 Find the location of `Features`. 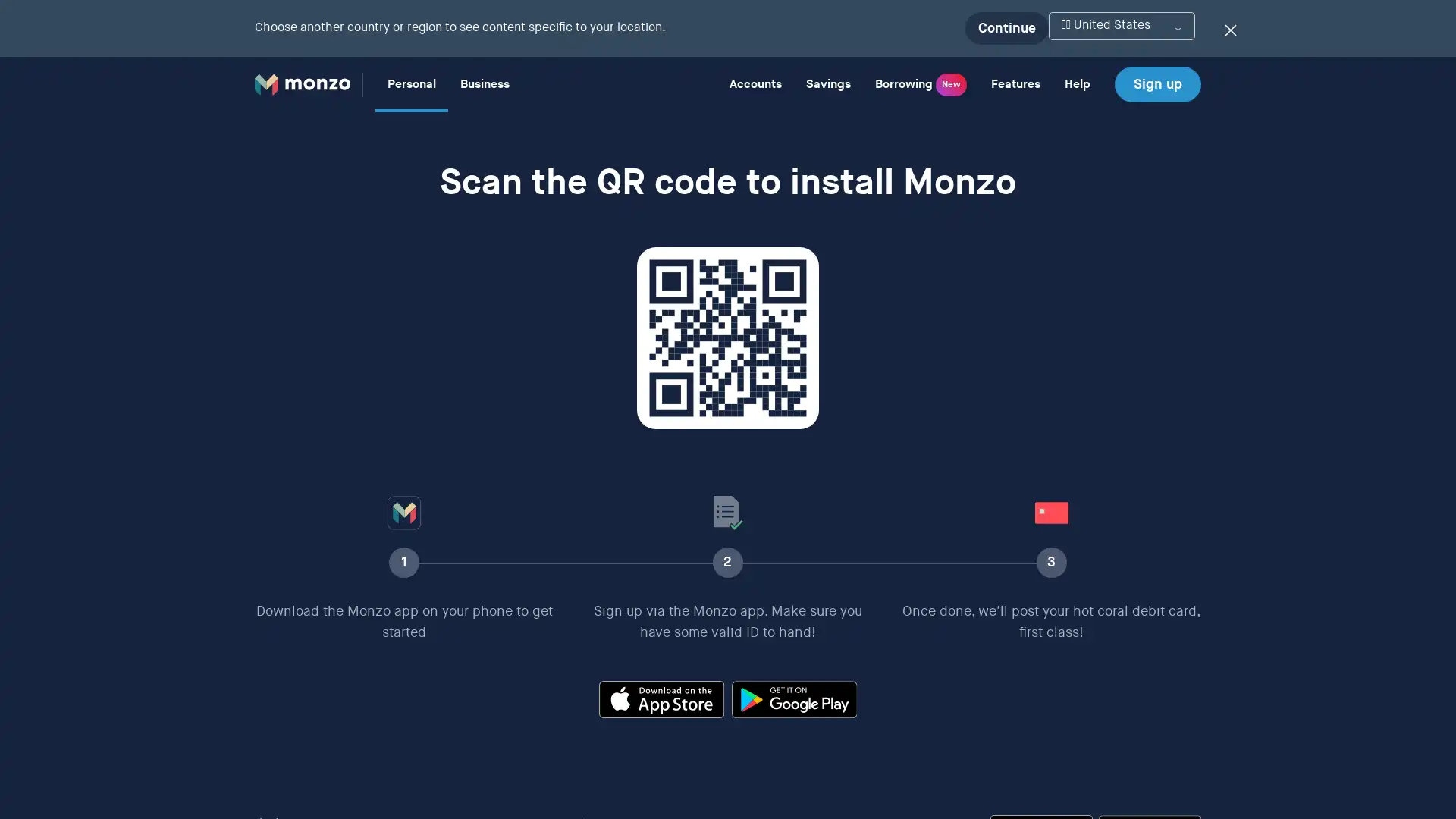

Features is located at coordinates (1015, 84).